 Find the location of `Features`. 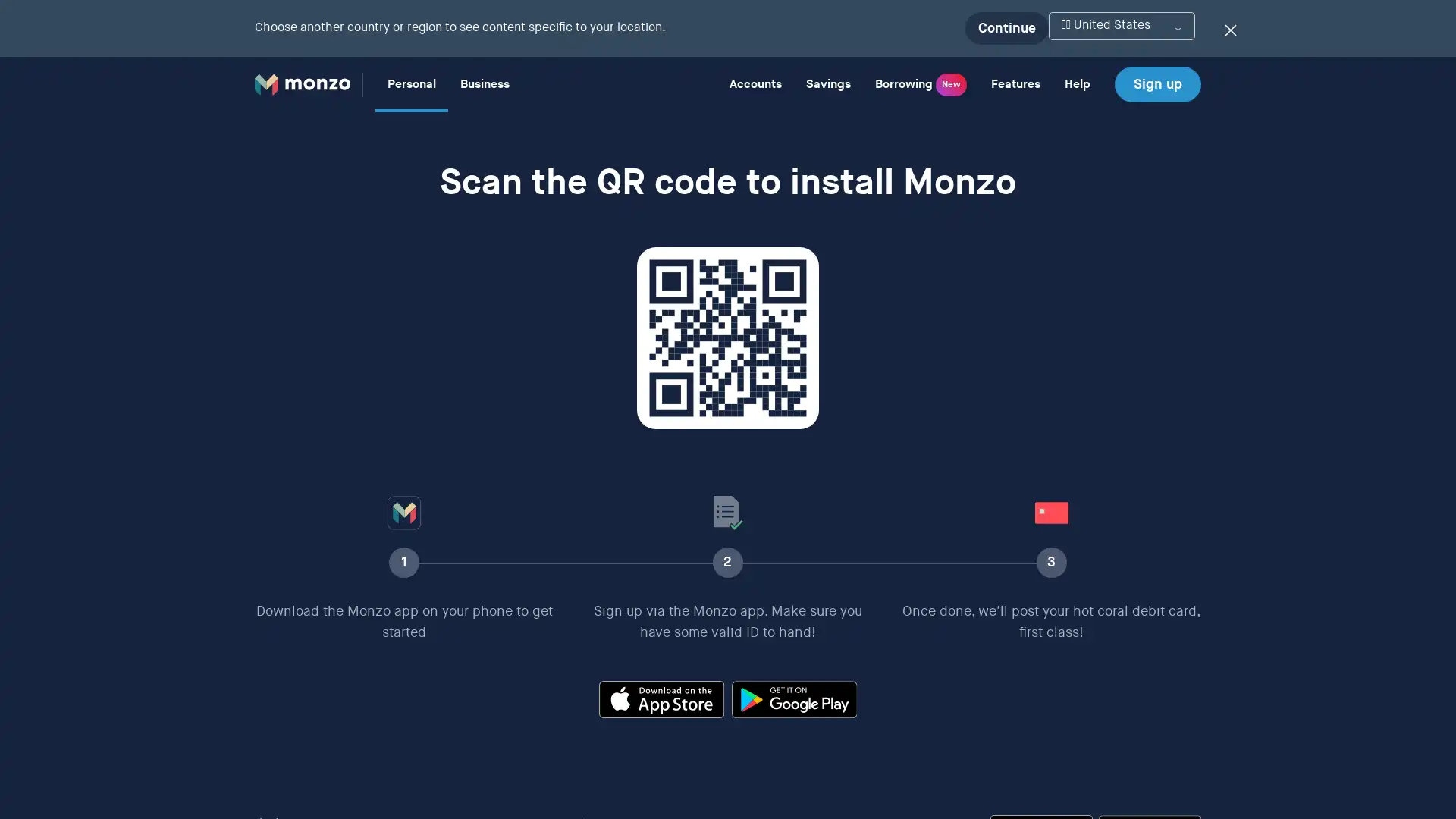

Features is located at coordinates (1015, 84).